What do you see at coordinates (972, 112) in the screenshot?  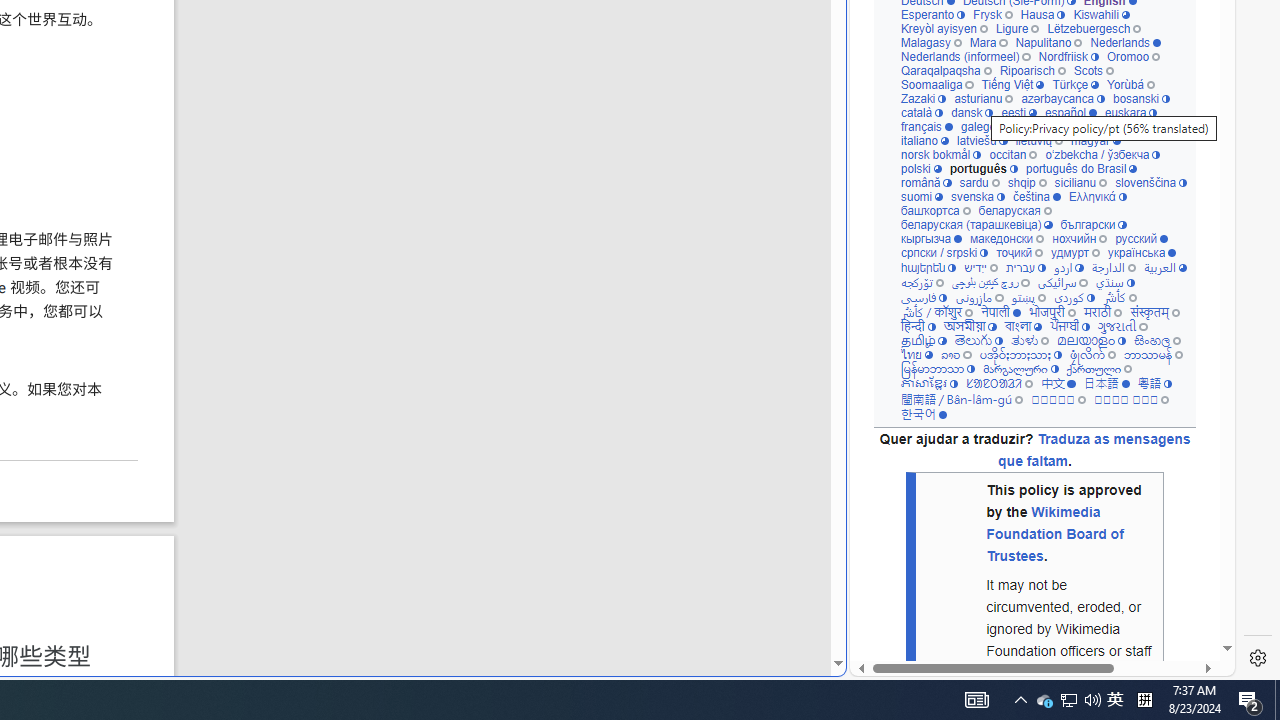 I see `'dansk'` at bounding box center [972, 112].